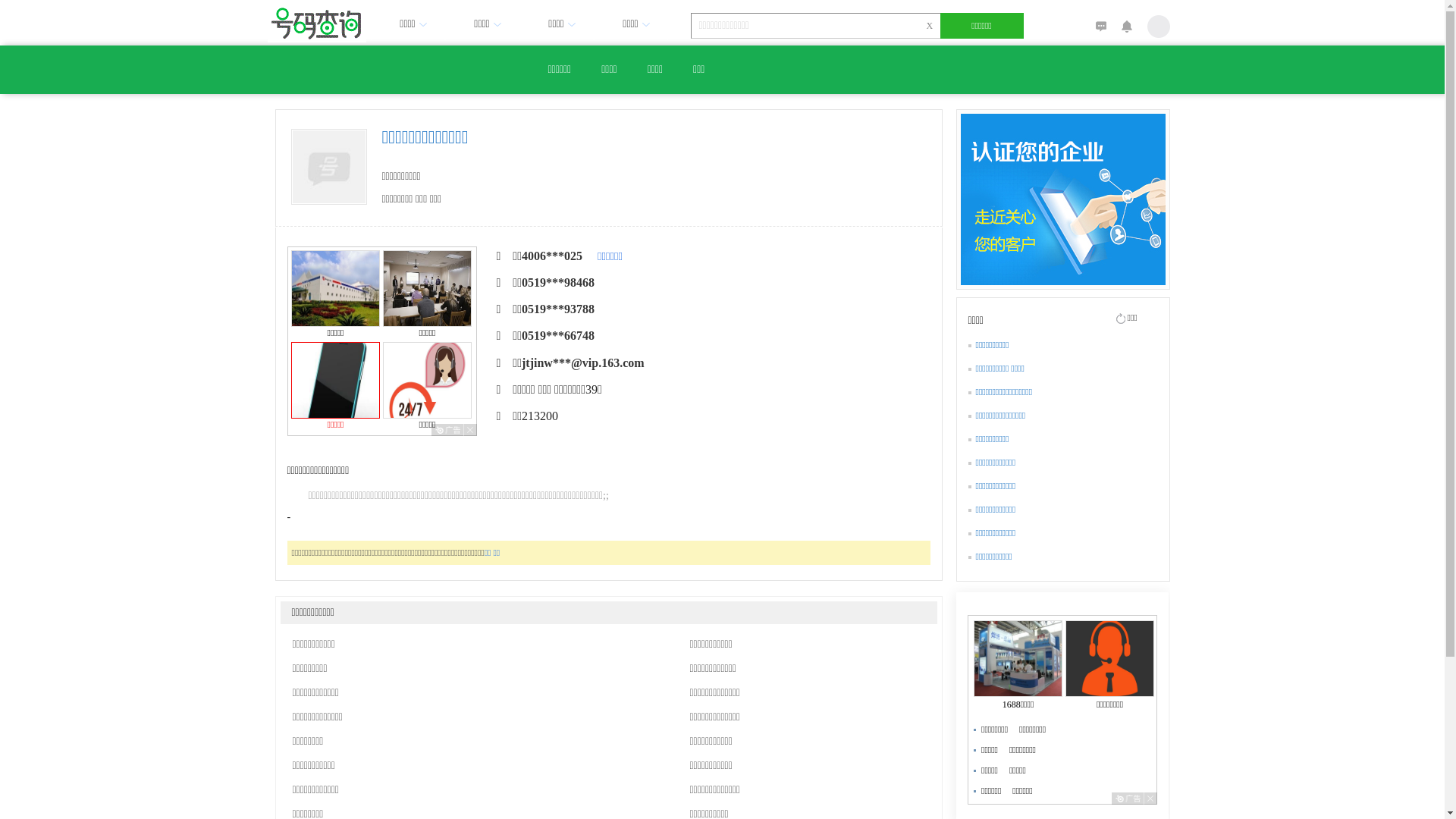  What do you see at coordinates (929, 26) in the screenshot?
I see `'X'` at bounding box center [929, 26].